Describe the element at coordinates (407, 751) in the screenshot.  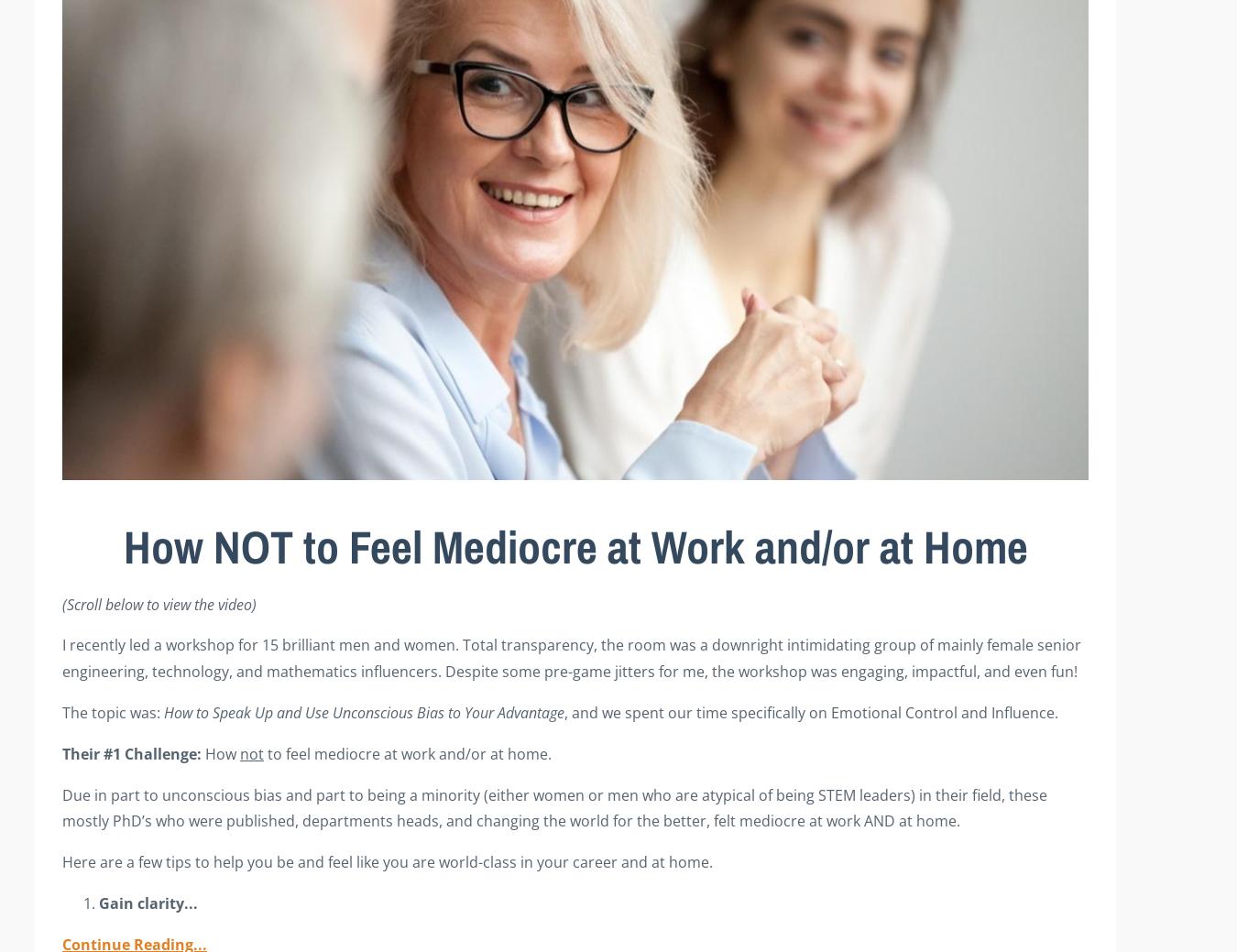
I see `'to feel mediocre at work and/or at home.'` at that location.